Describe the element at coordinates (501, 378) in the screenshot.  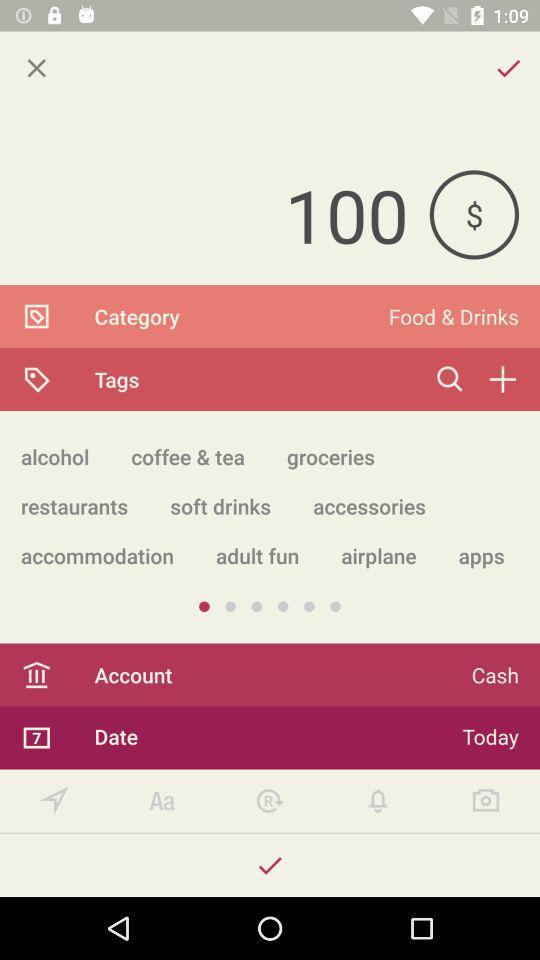
I see `item below food & drinks icon` at that location.